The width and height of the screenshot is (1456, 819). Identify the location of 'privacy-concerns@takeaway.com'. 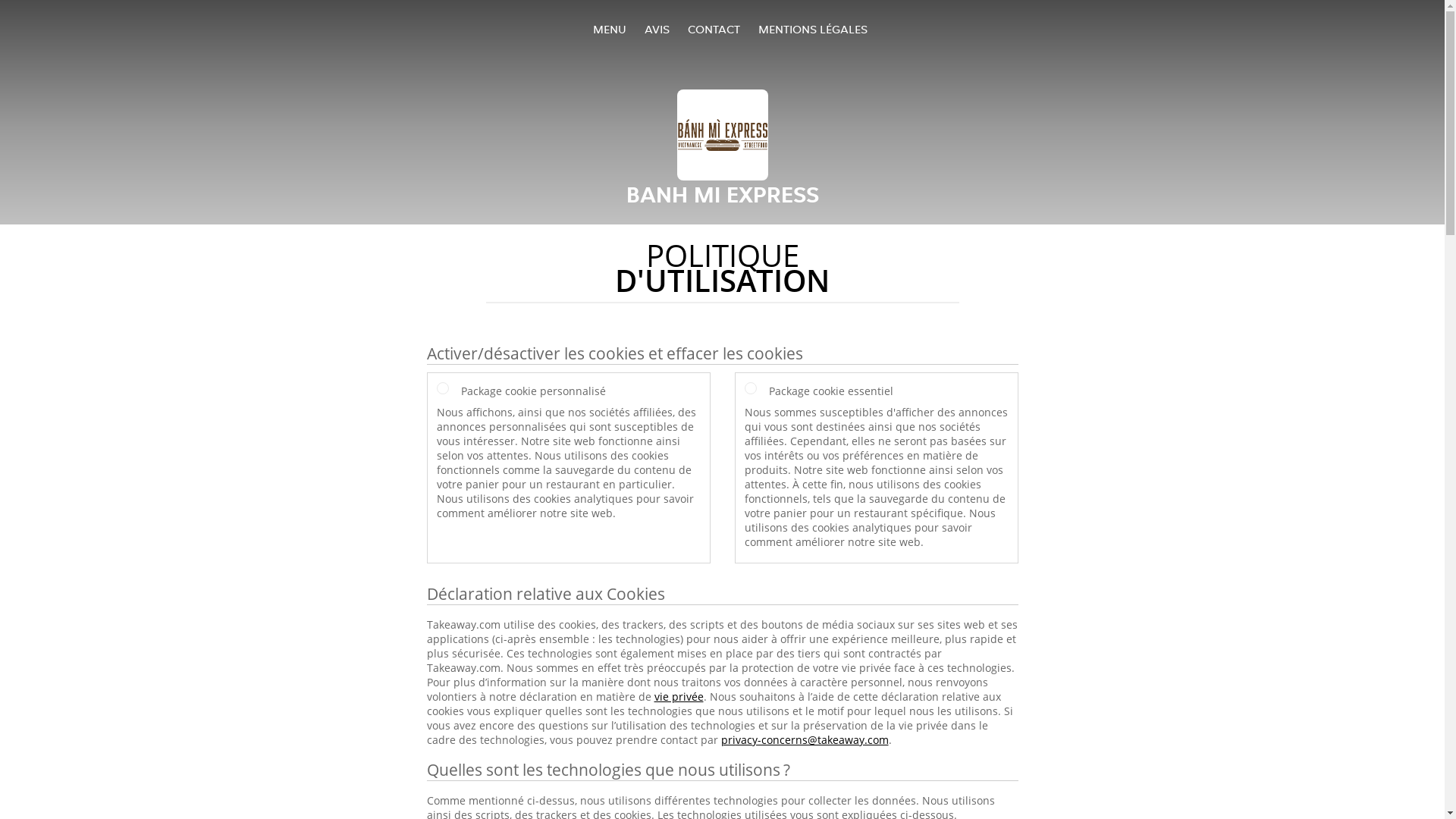
(720, 739).